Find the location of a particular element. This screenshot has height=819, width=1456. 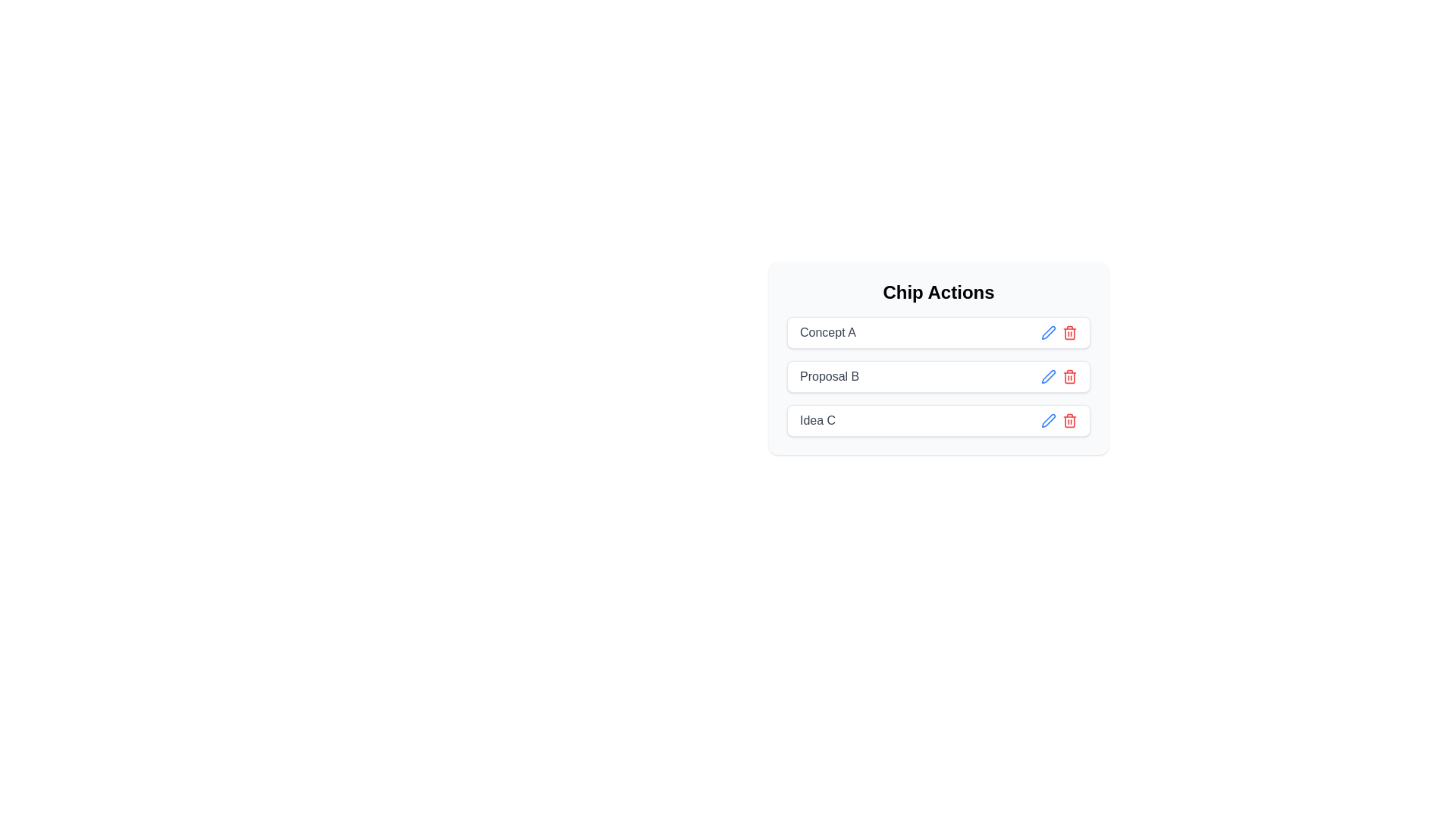

delete button next to the chip labeled Concept A is located at coordinates (1069, 332).